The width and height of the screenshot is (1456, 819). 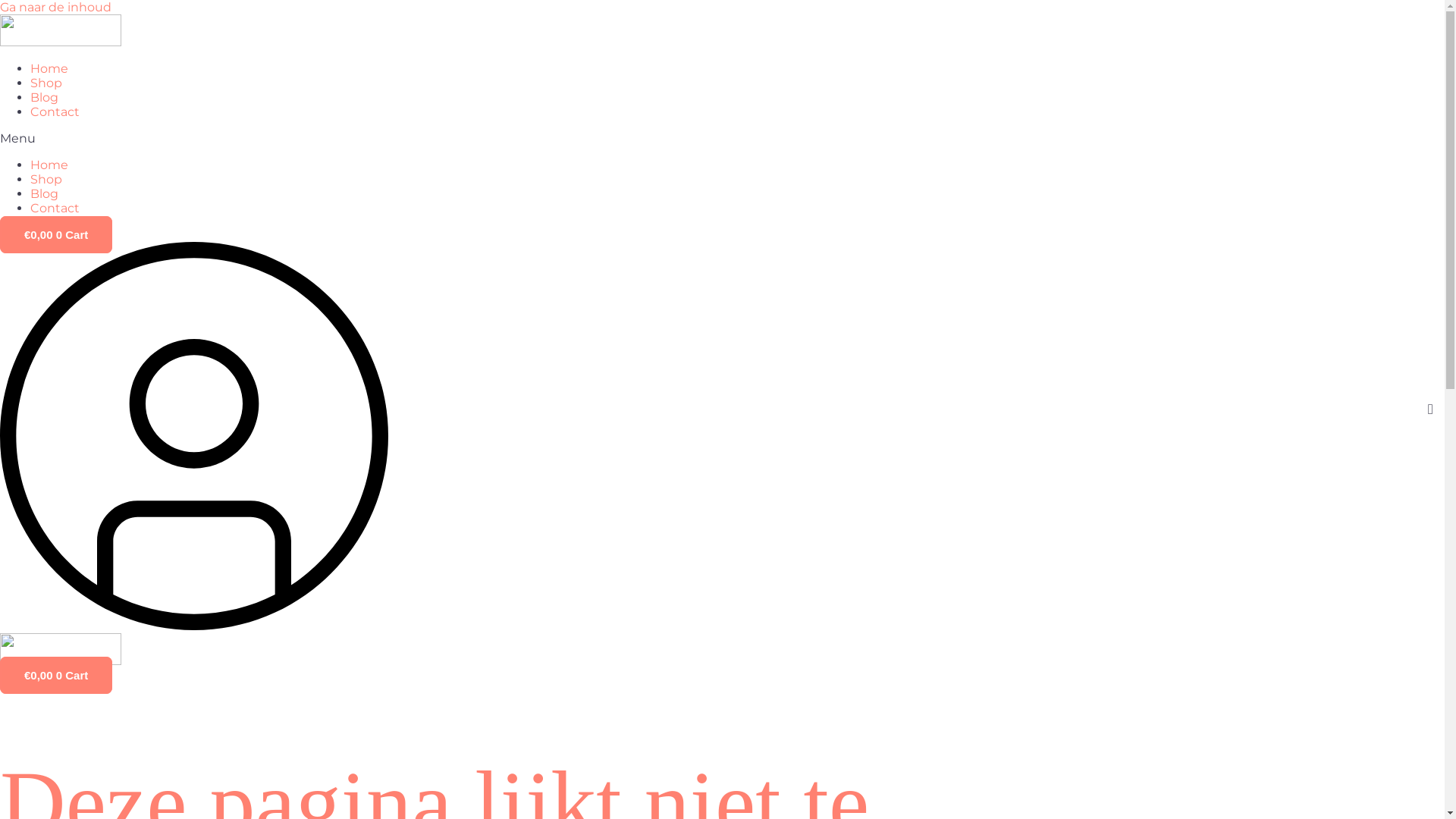 What do you see at coordinates (55, 7) in the screenshot?
I see `'Ga naar de inhoud'` at bounding box center [55, 7].